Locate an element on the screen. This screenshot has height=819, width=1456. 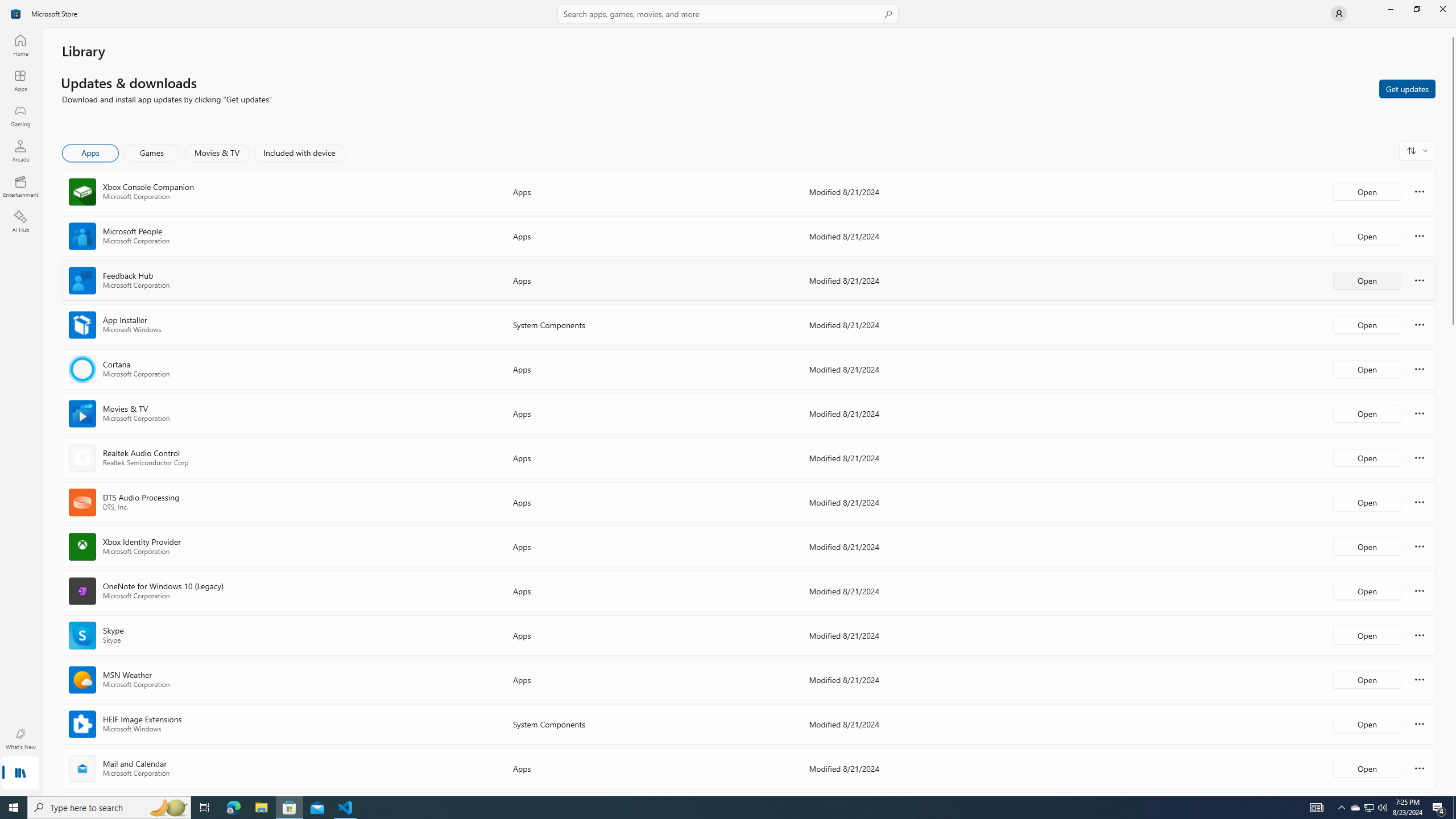
'Arcade' is located at coordinates (19, 150).